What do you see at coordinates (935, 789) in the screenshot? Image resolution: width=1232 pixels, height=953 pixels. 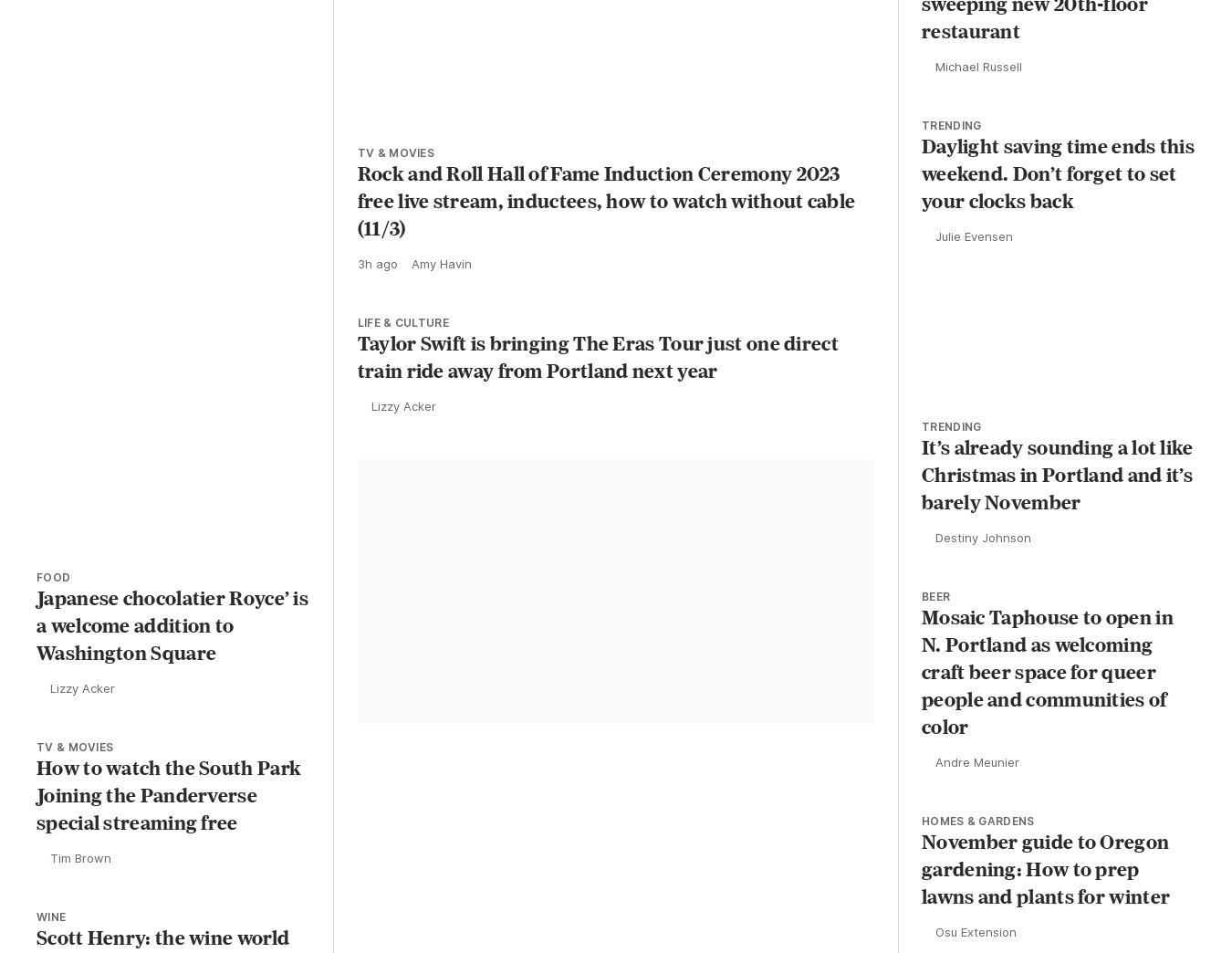 I see `'Andre Meunier'` at bounding box center [935, 789].